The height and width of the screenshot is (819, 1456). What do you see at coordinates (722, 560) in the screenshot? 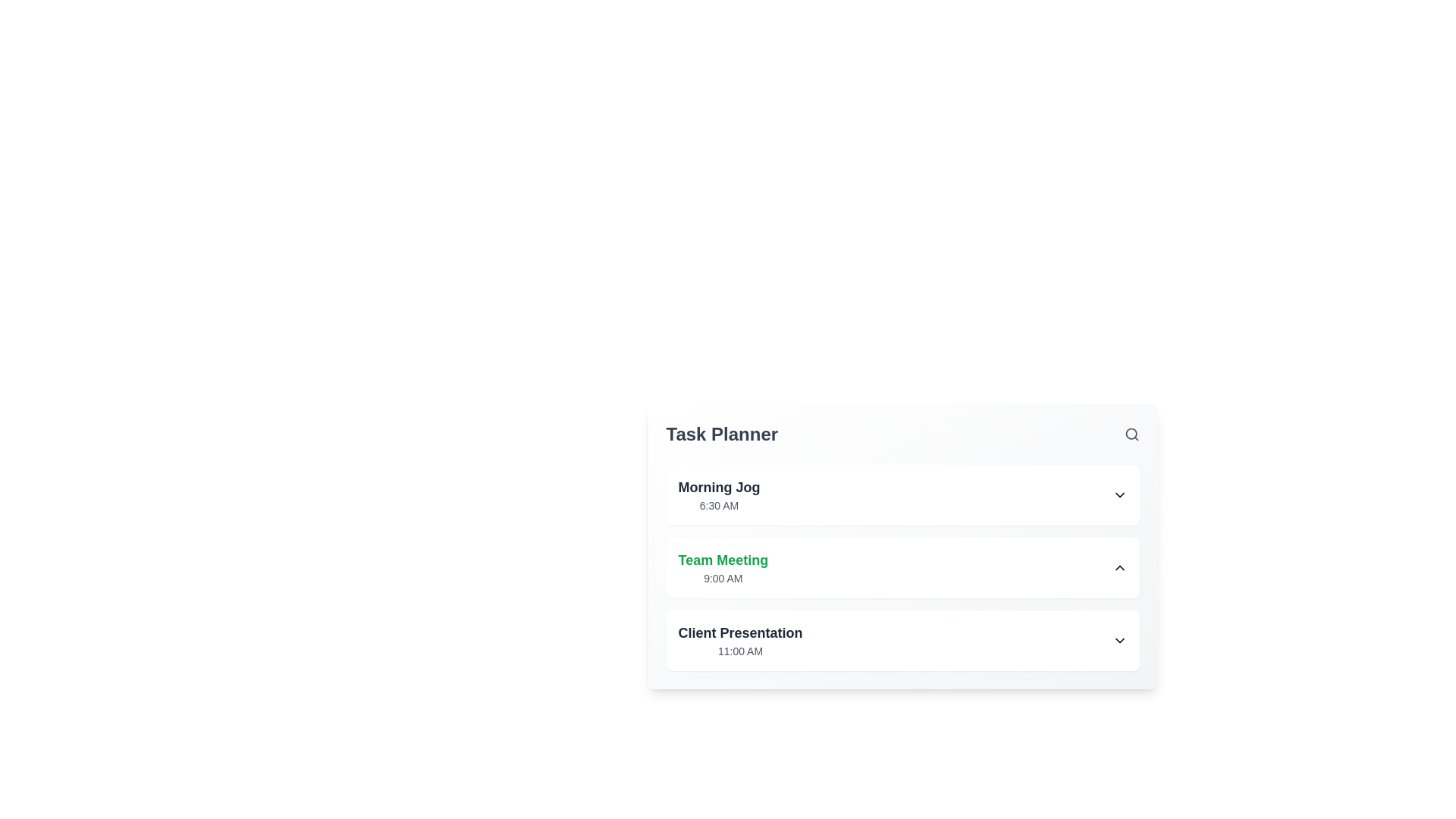
I see `the text label that serves as the title for the second event in the vertical list of events, positioned between 'Morning Jog' and 'Client Presentation'` at bounding box center [722, 560].